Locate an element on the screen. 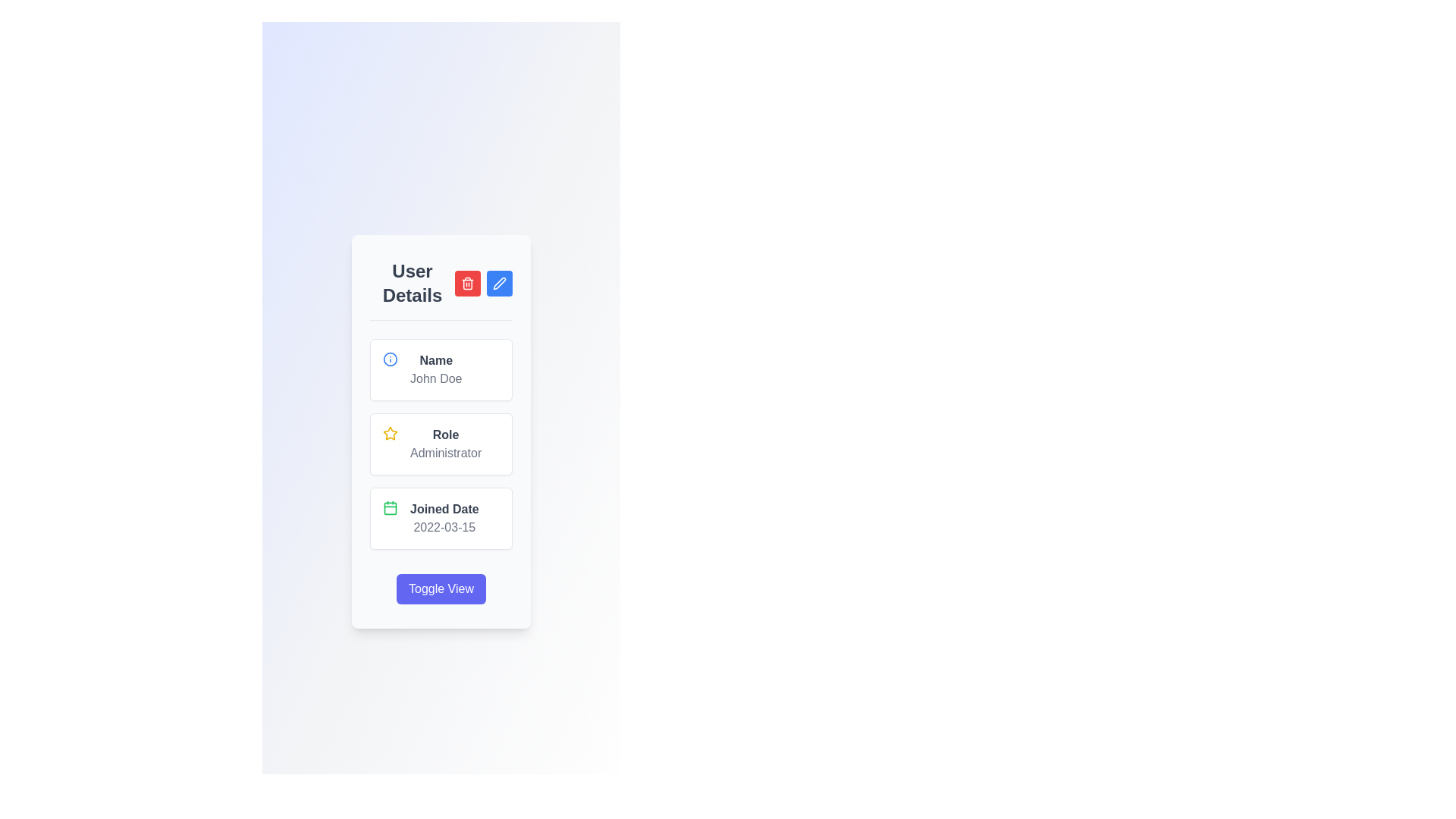 The image size is (1456, 819). the edit icon, which is a blue square button located to the right of a red trash icon in the card header's right corner is located at coordinates (499, 283).